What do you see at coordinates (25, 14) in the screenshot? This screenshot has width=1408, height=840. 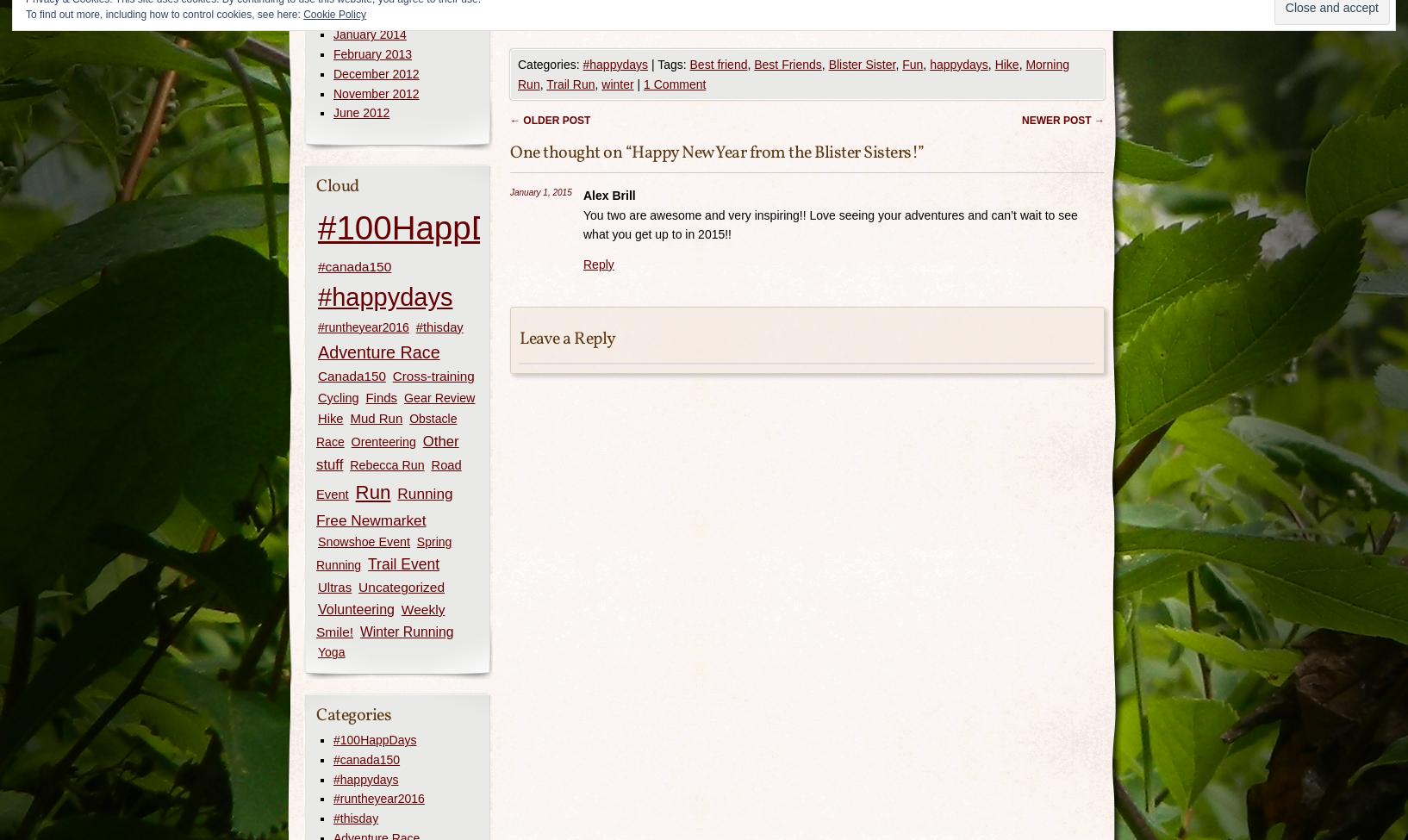 I see `'To find out more, including how to control cookies, see here:'` at bounding box center [25, 14].